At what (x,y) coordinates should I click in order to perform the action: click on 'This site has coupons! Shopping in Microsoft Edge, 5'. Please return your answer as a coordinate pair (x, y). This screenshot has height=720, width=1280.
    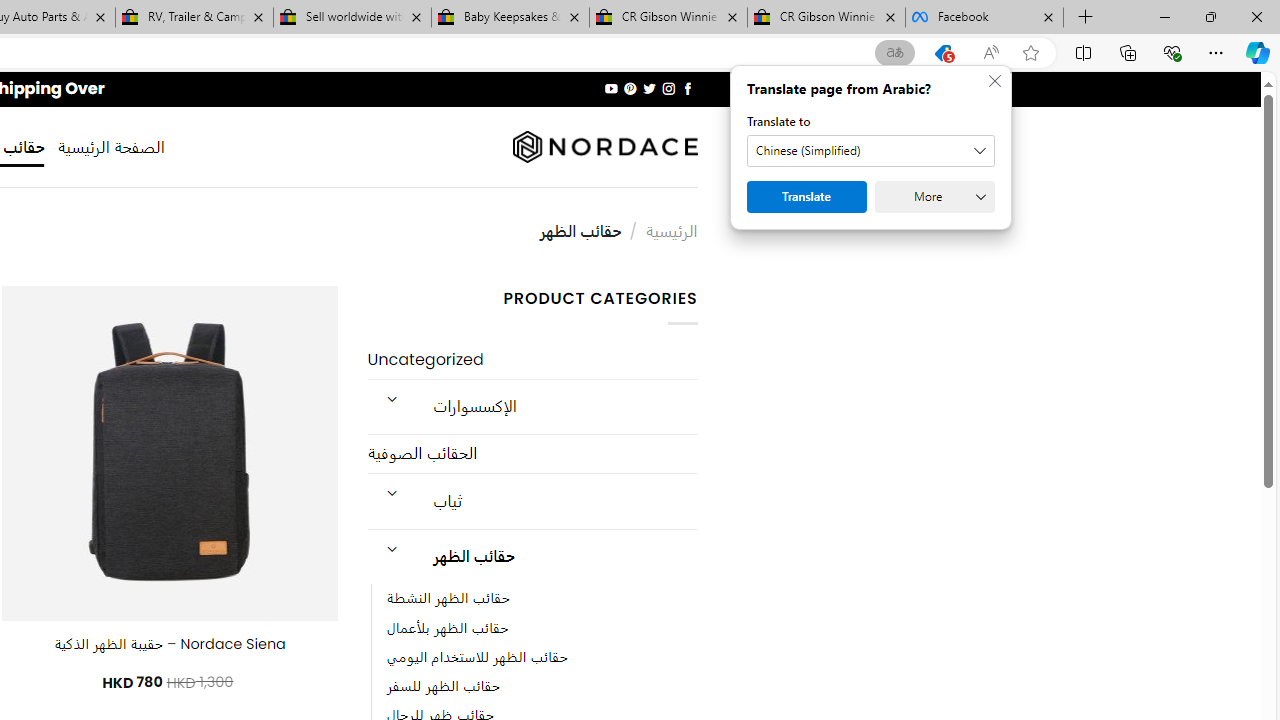
    Looking at the image, I should click on (942, 52).